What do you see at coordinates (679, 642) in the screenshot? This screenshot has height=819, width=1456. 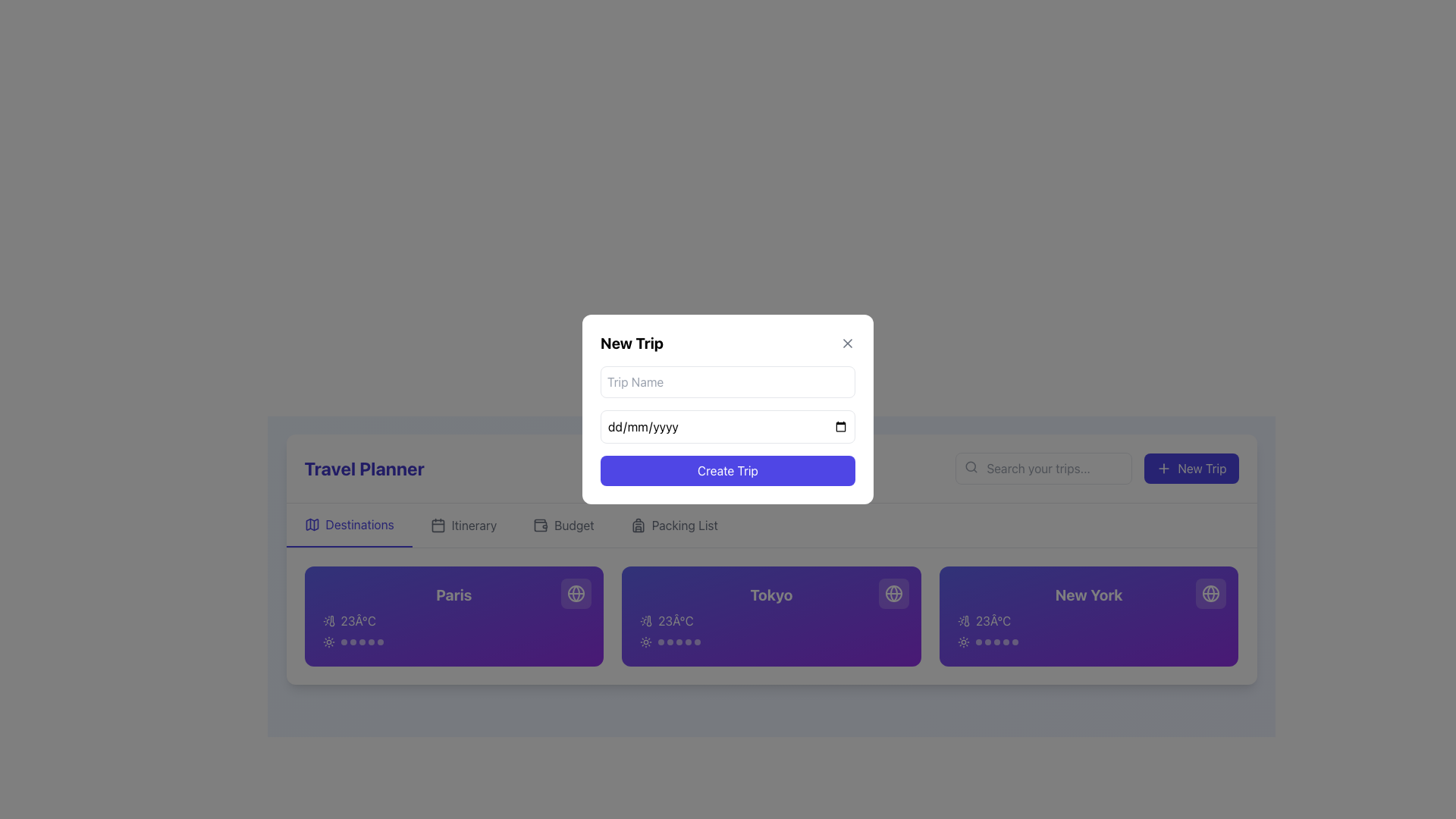 I see `the rounded indicator located in the middle of a row of five circular indicators within a flexbox layout` at bounding box center [679, 642].